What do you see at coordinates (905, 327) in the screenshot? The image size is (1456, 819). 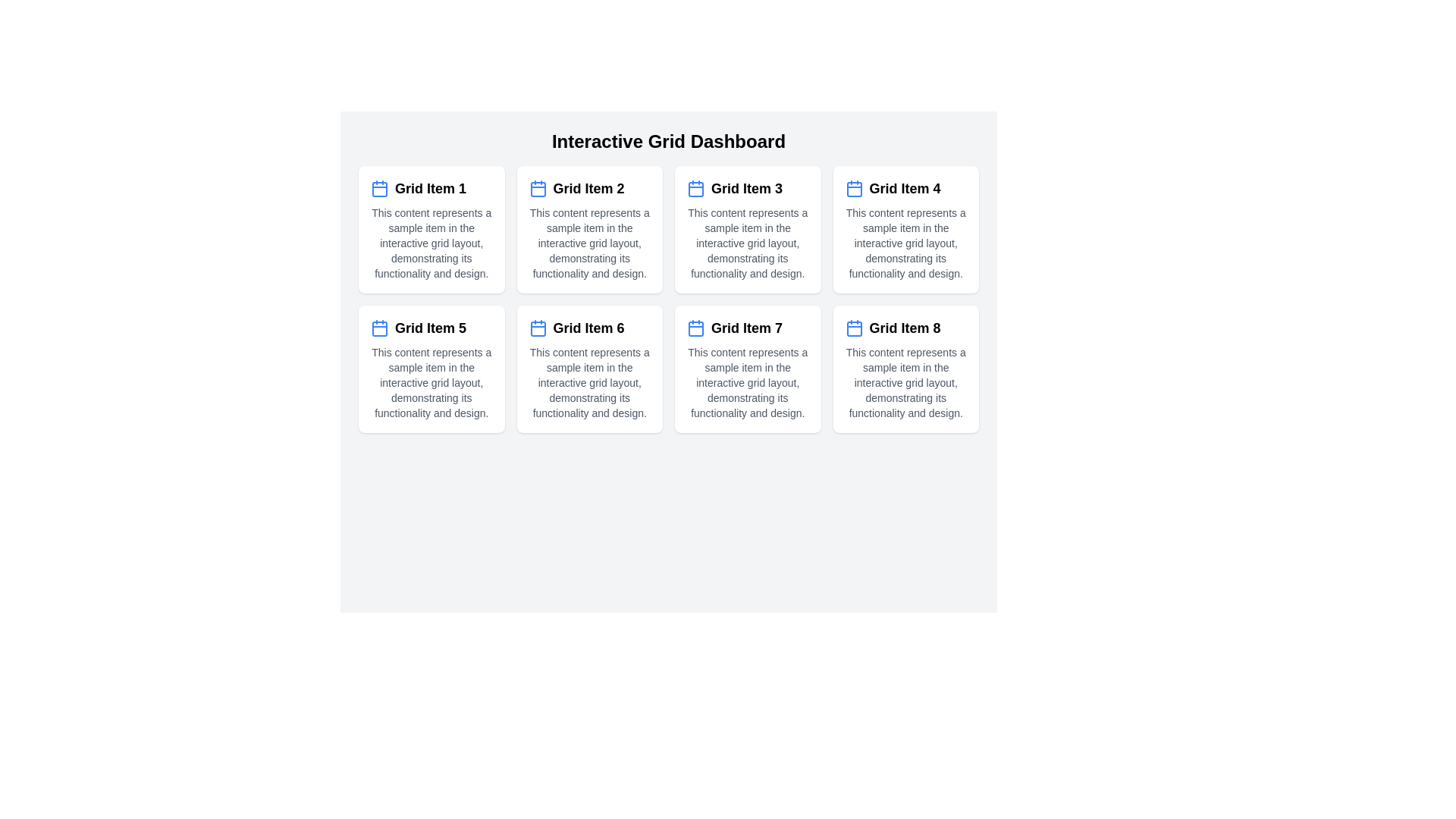 I see `the label displaying 'Grid Item 8' with a blue calendar icon, located in the last column of the second row` at bounding box center [905, 327].